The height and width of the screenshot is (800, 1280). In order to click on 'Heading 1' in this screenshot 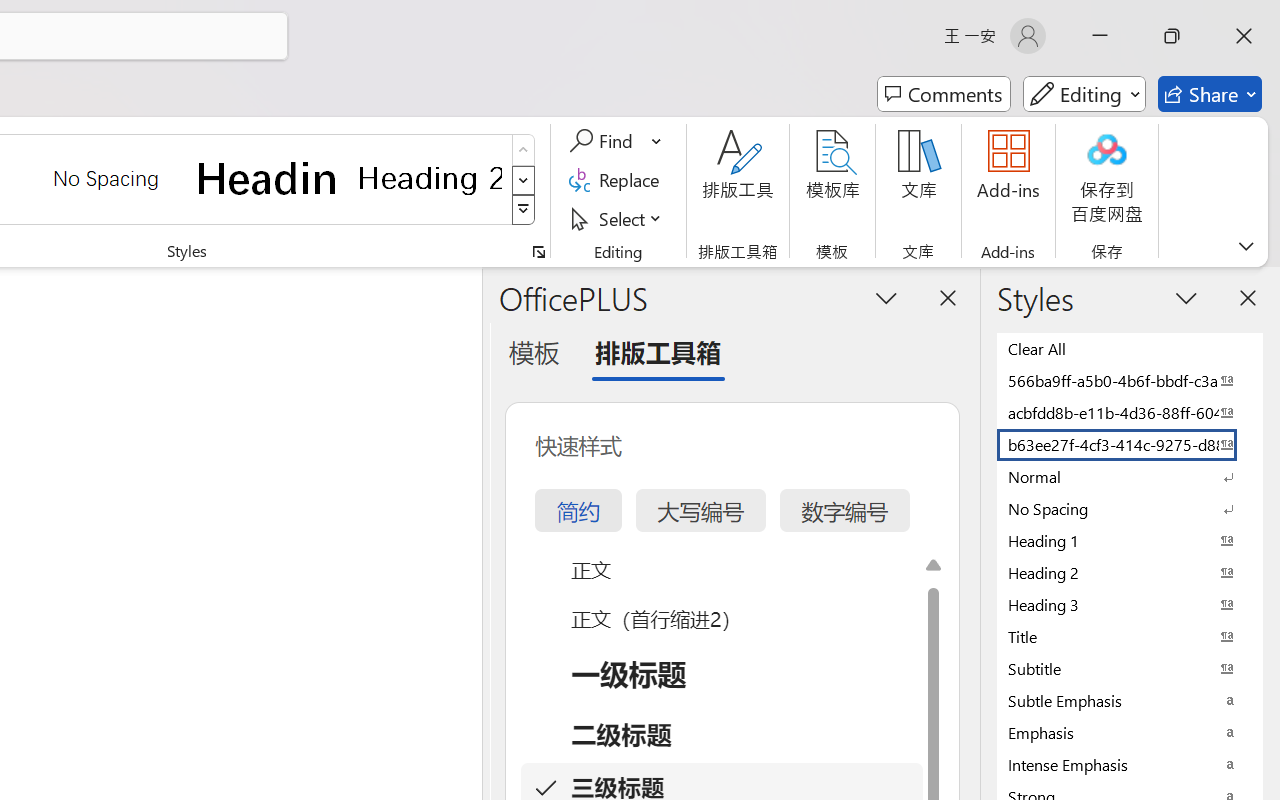, I will do `click(267, 177)`.